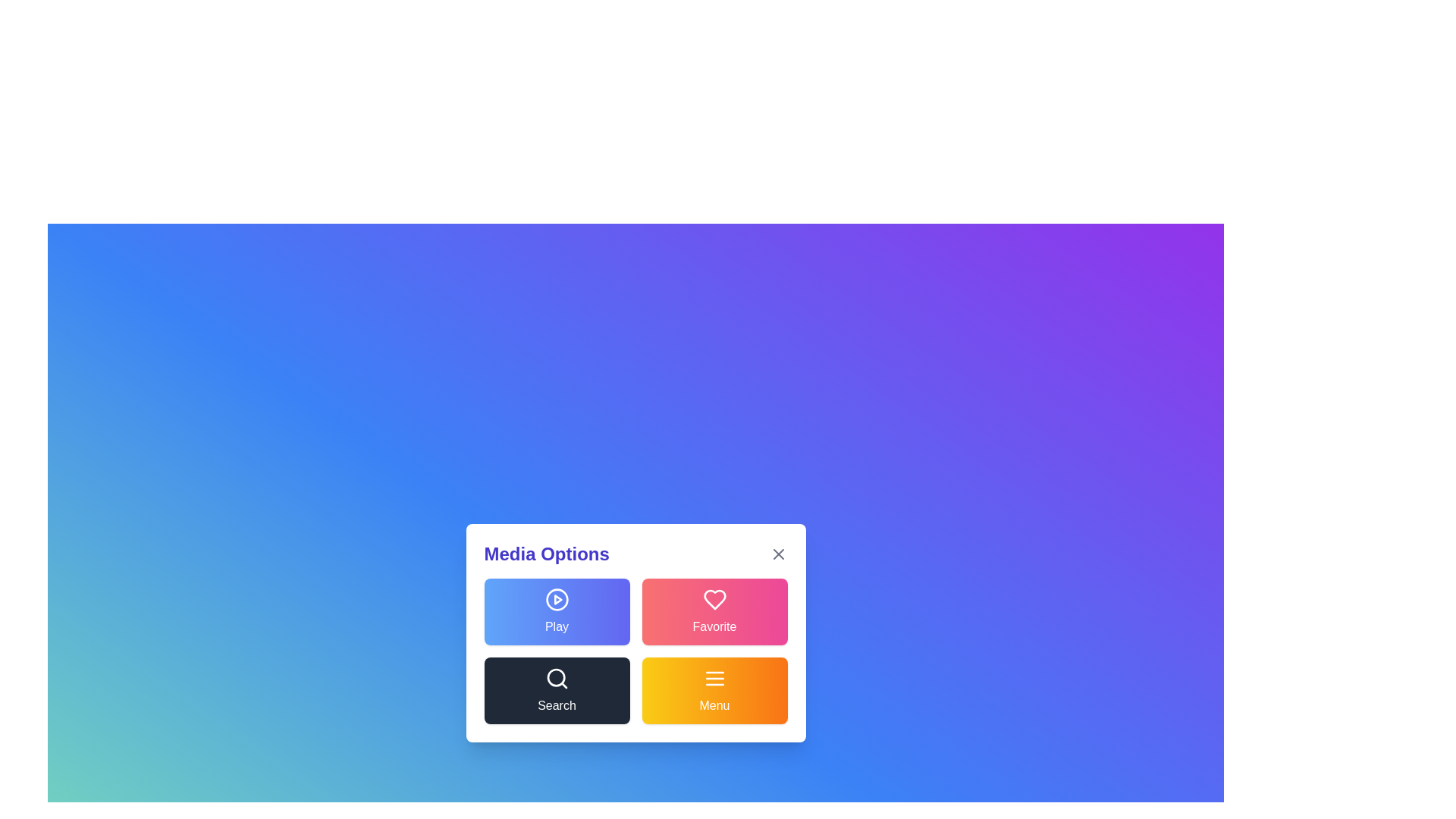  I want to click on text of the Text label located below the menu icon in the bottom-right section of the 'Media Options' menu panel, so click(714, 705).